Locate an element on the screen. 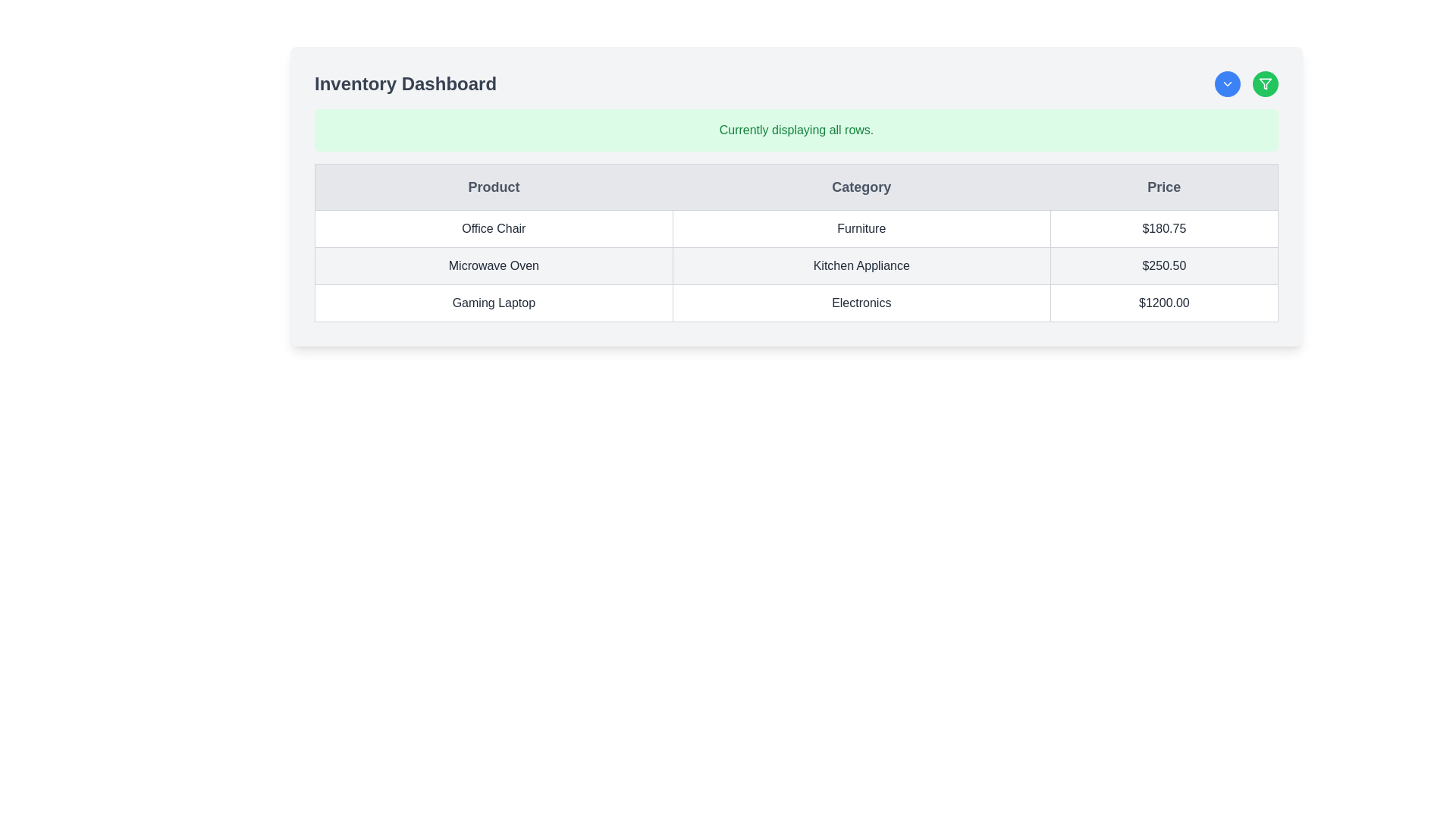 This screenshot has width=1456, height=819. the Text label in the second row of the table that specifies the product category, located under the 'Category' column, between 'Microwave Oven' and '$250.50' is located at coordinates (861, 265).